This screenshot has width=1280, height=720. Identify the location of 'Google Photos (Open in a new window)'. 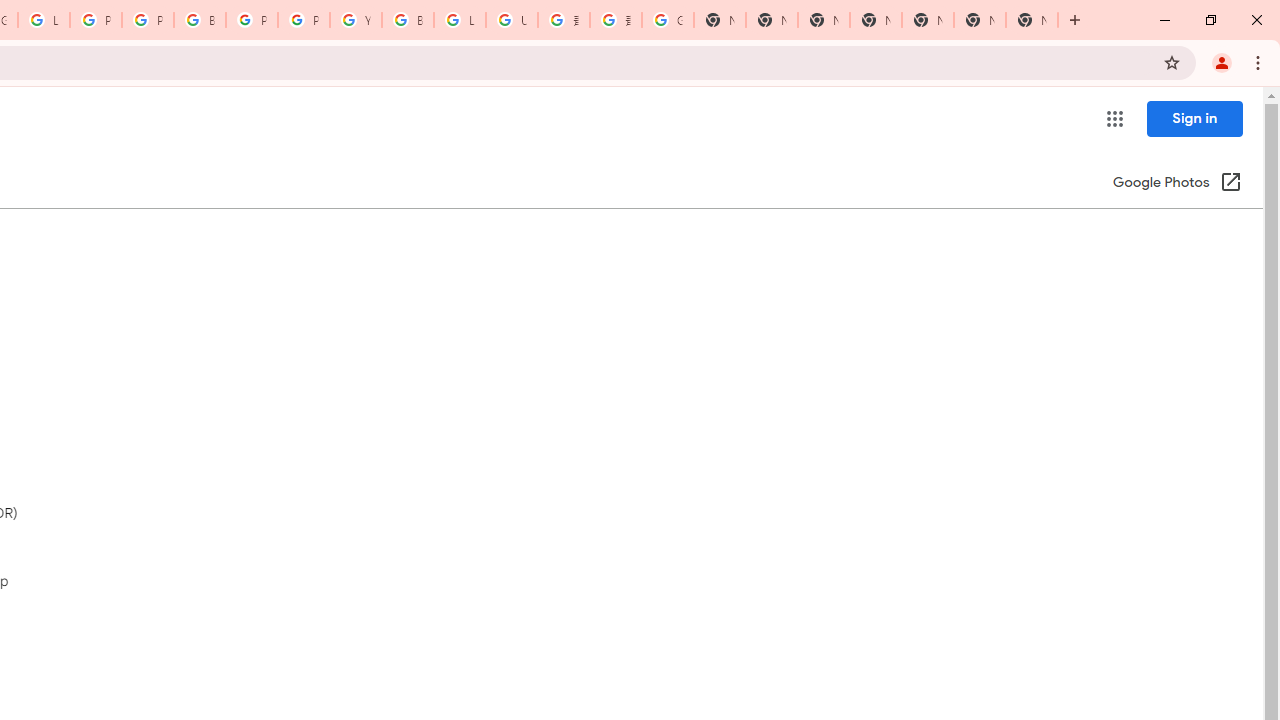
(1177, 183).